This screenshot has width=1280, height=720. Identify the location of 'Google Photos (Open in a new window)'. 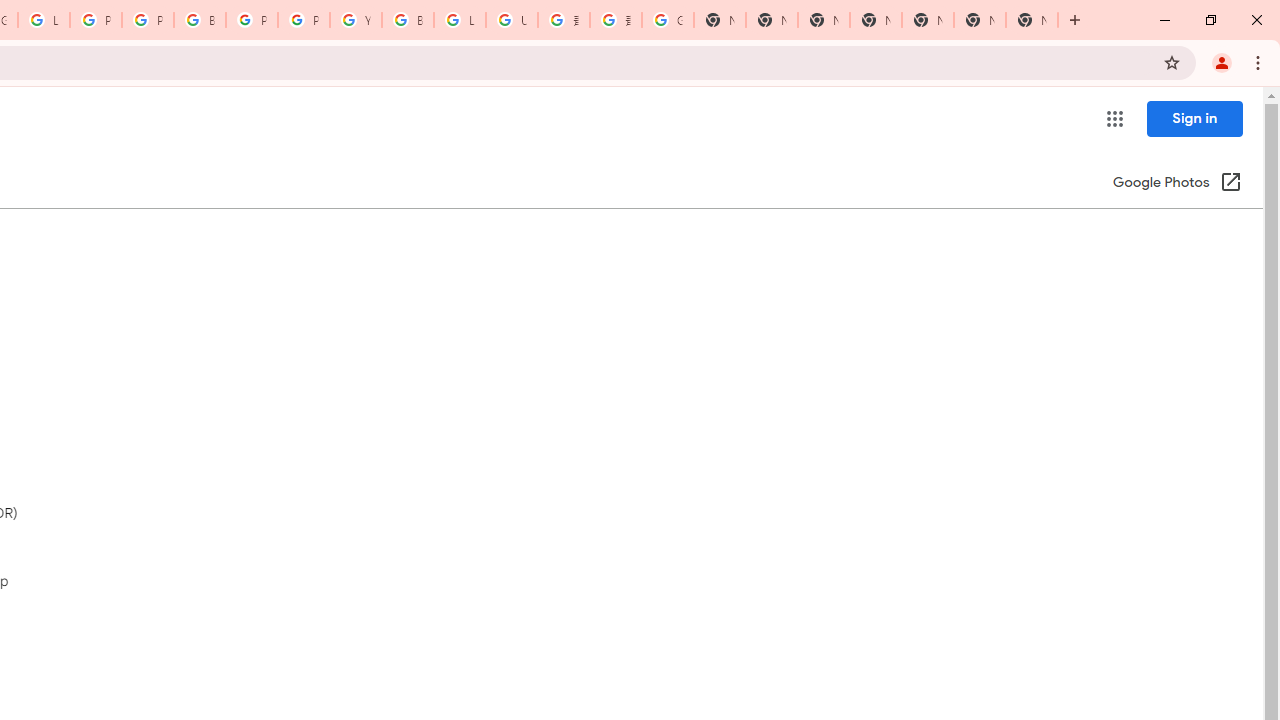
(1177, 183).